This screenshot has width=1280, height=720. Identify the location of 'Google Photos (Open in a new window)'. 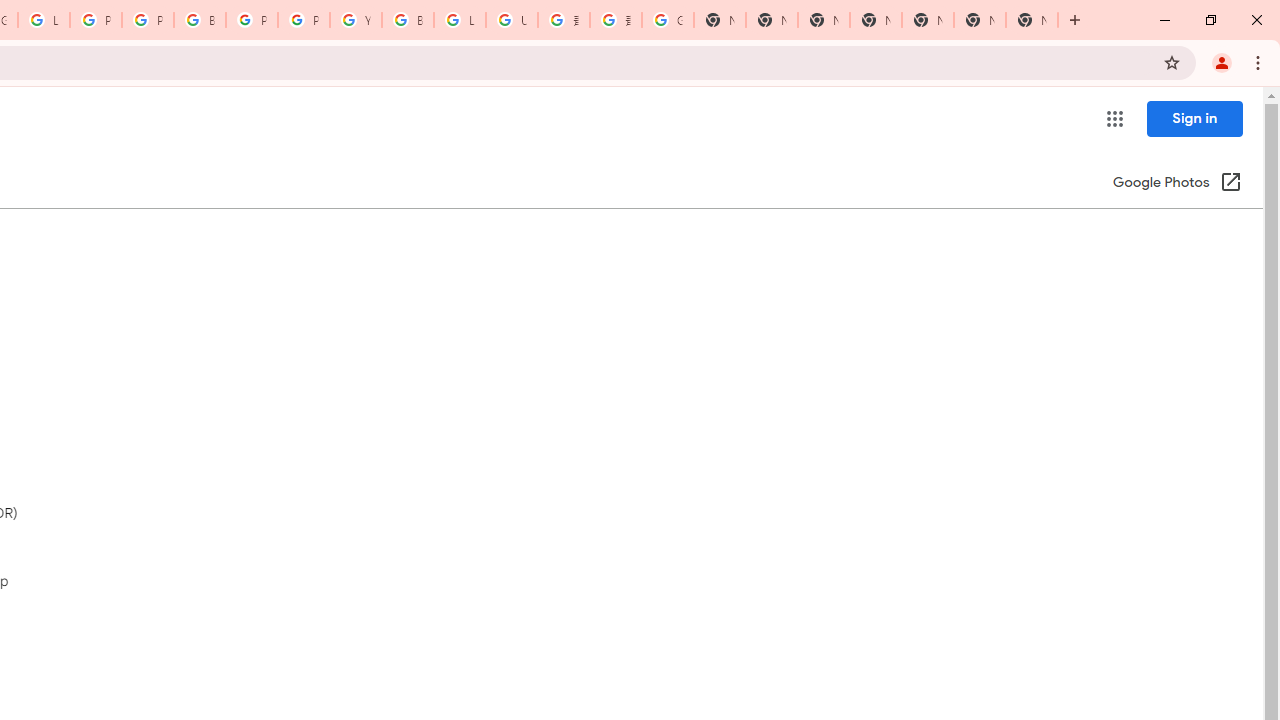
(1177, 183).